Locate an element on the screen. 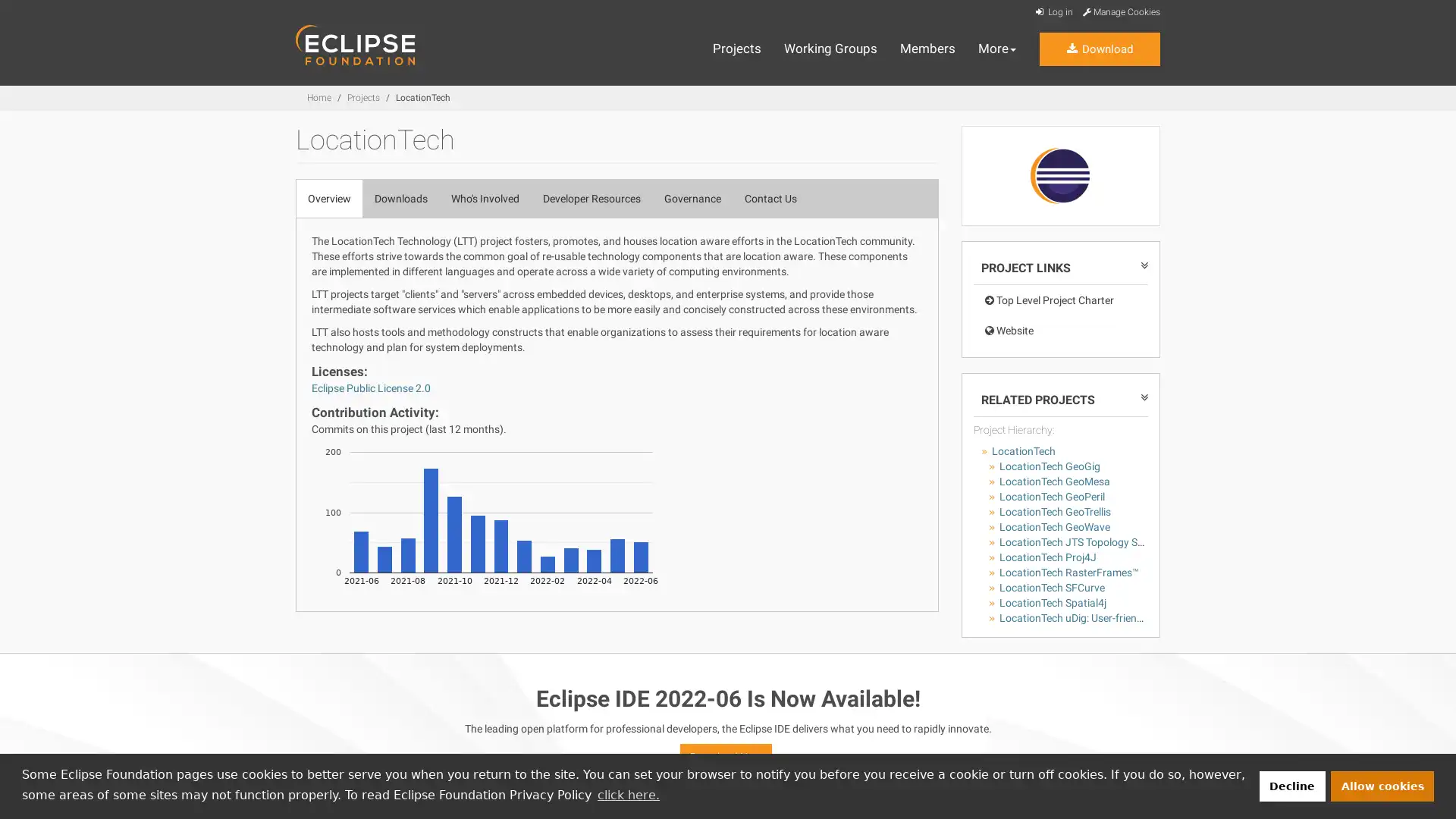  learn more about cookies is located at coordinates (628, 794).